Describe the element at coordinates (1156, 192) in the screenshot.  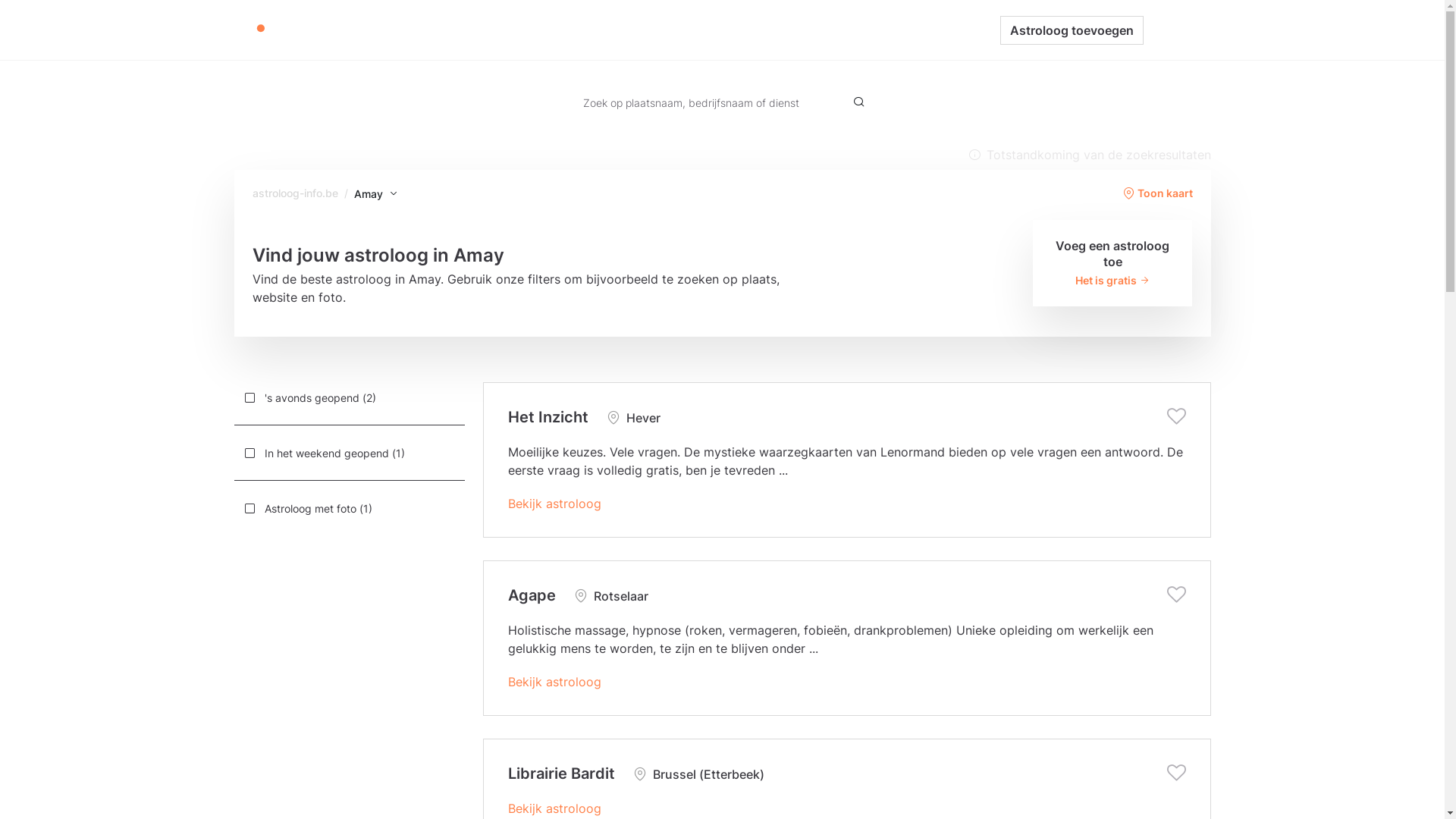
I see `'Toon kaart'` at that location.